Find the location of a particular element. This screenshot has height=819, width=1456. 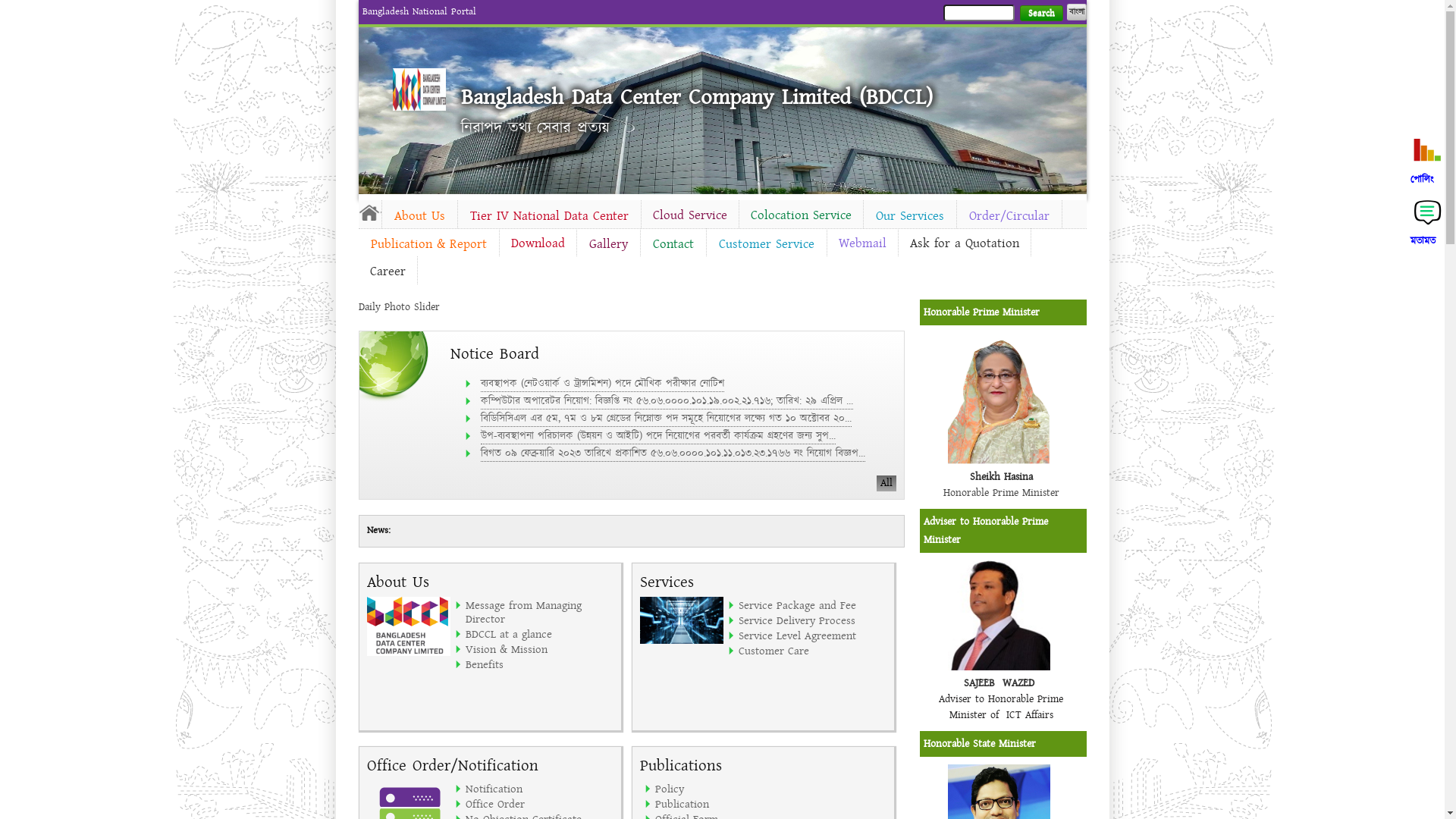

'Bangladesh Data Center Company Limited (BDCCL)' is located at coordinates (695, 96).